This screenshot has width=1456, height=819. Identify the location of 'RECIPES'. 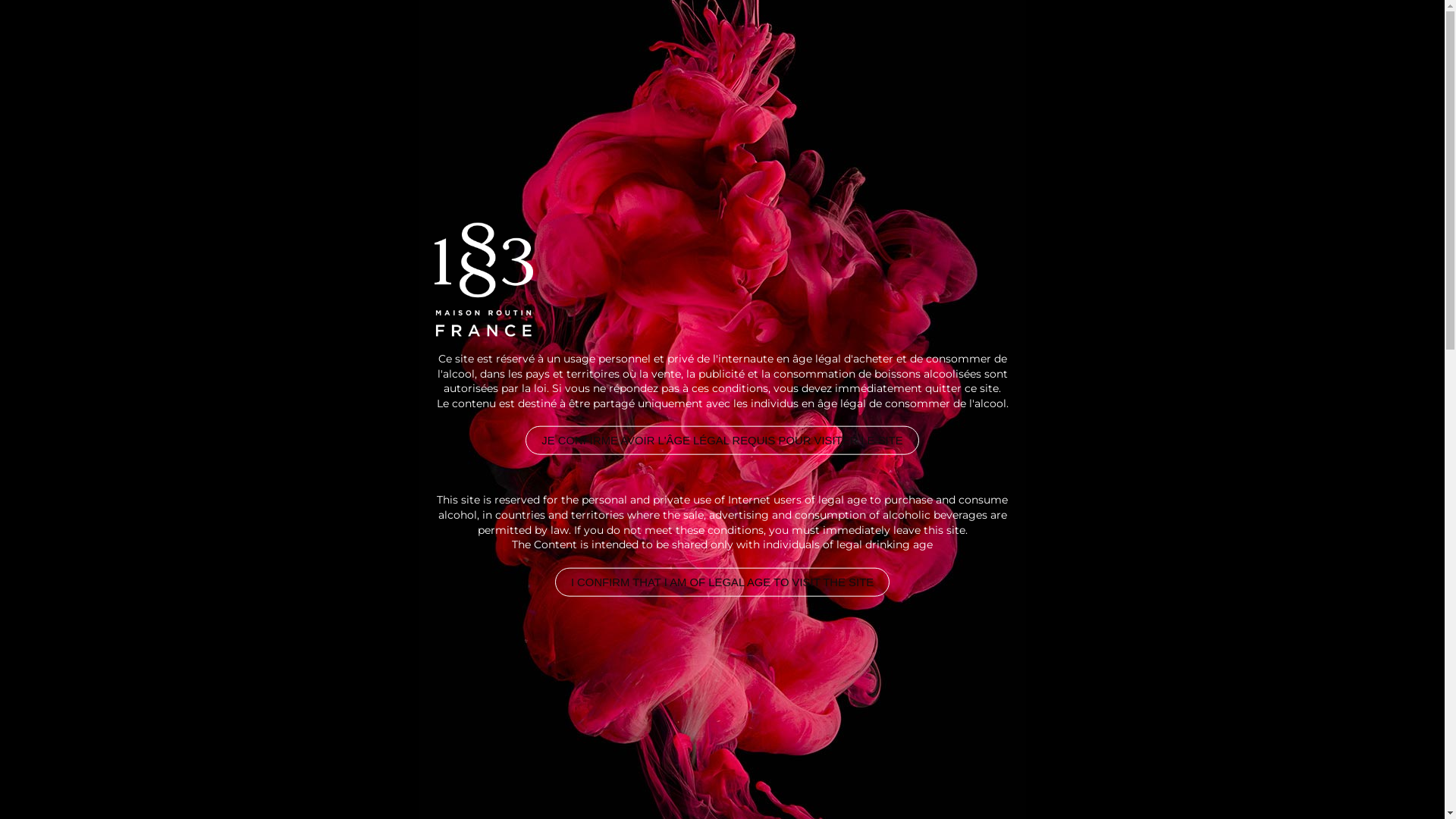
(934, 61).